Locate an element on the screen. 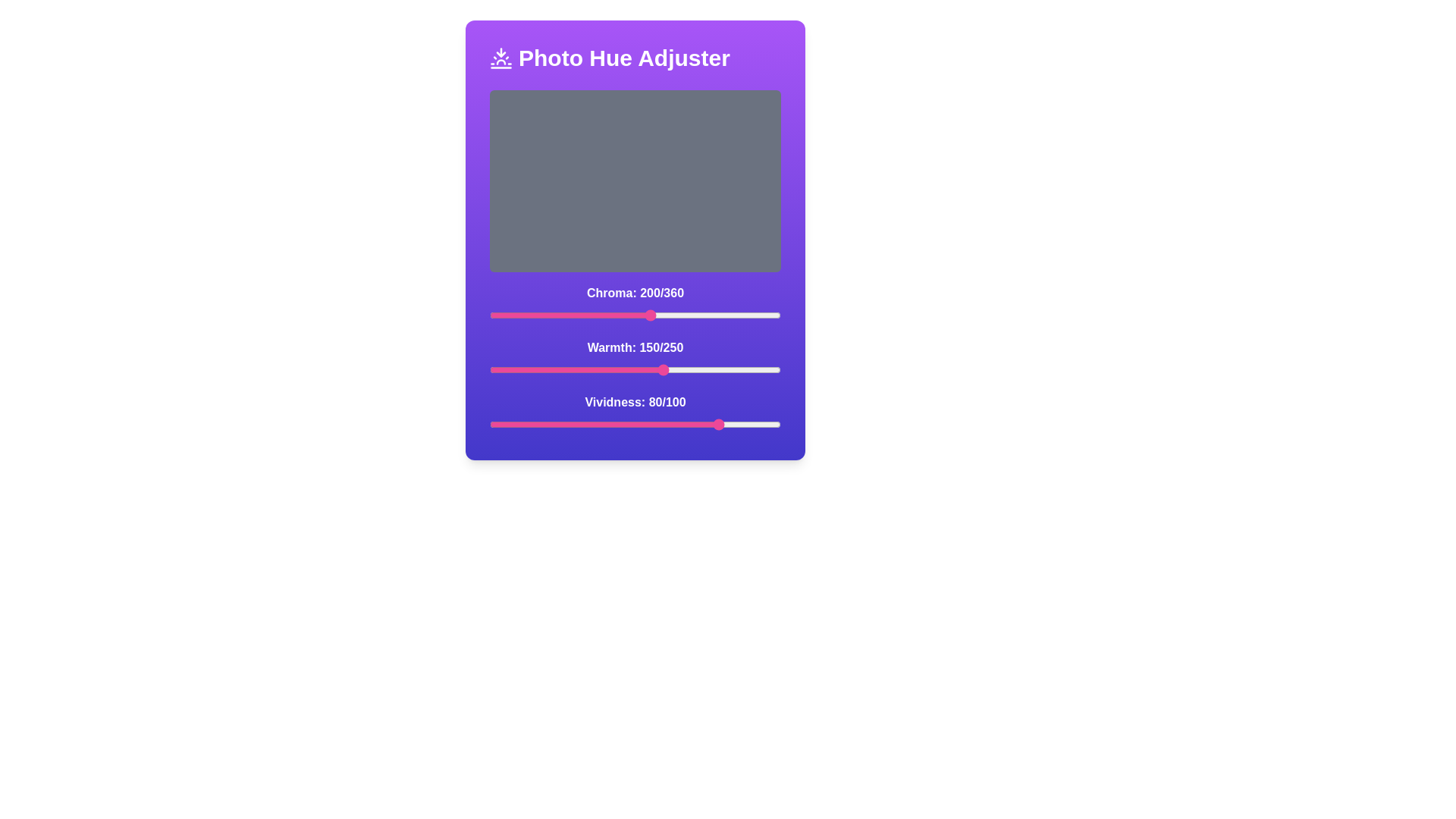 This screenshot has height=819, width=1456. the warmth slider to 95 value is located at coordinates (600, 370).